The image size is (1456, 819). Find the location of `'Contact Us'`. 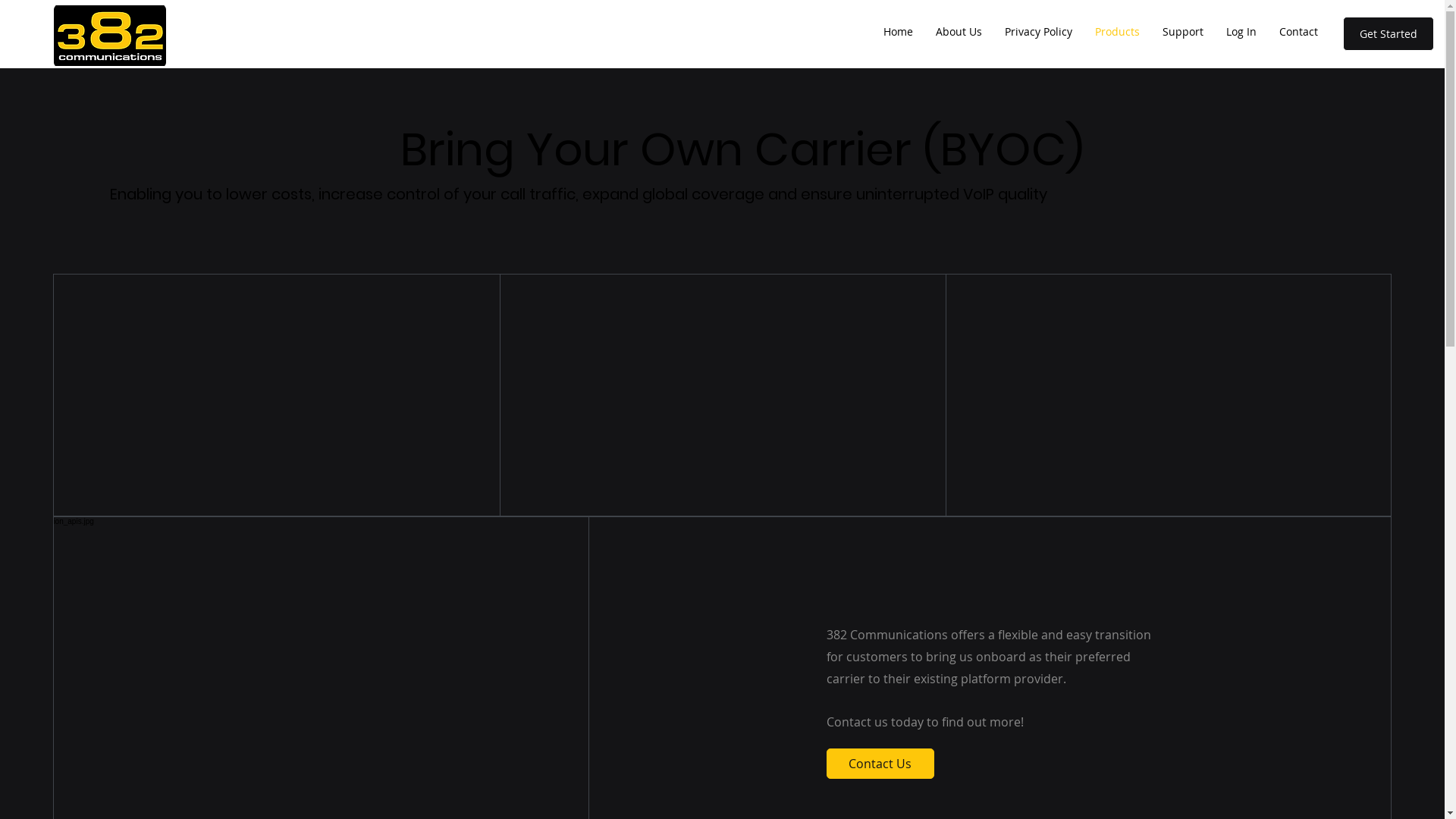

'Contact Us' is located at coordinates (880, 763).